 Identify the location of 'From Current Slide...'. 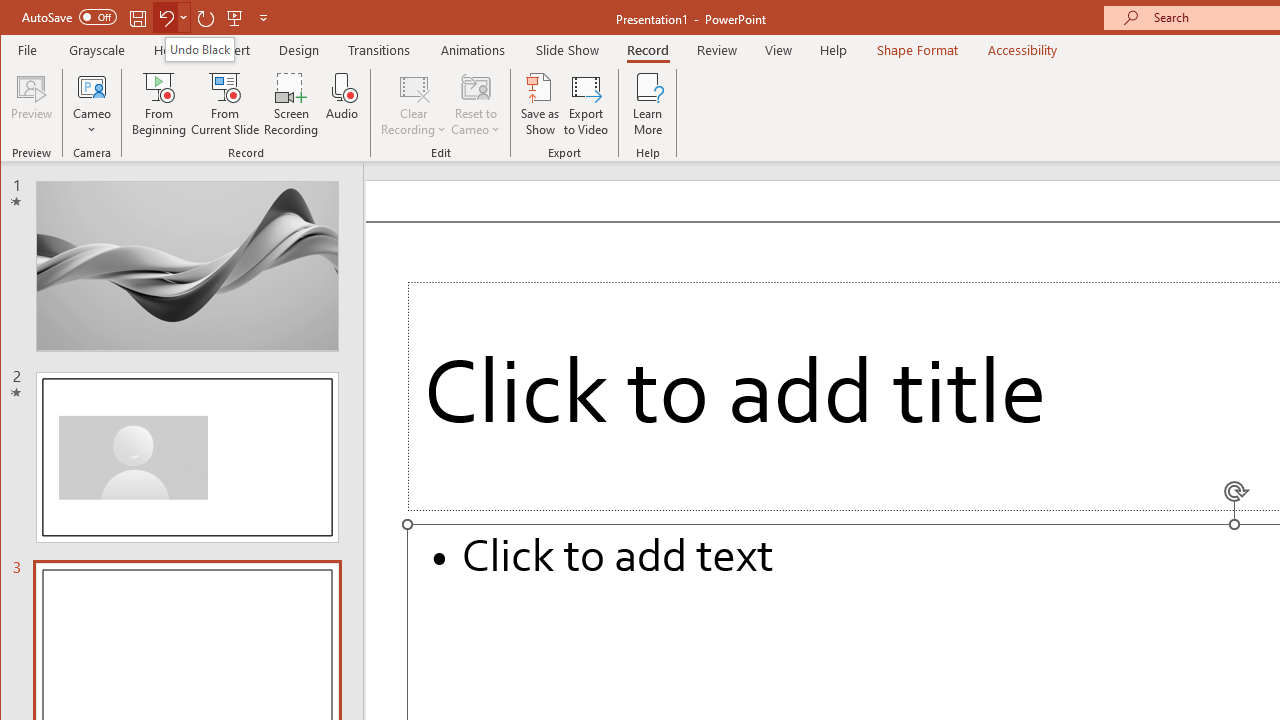
(225, 104).